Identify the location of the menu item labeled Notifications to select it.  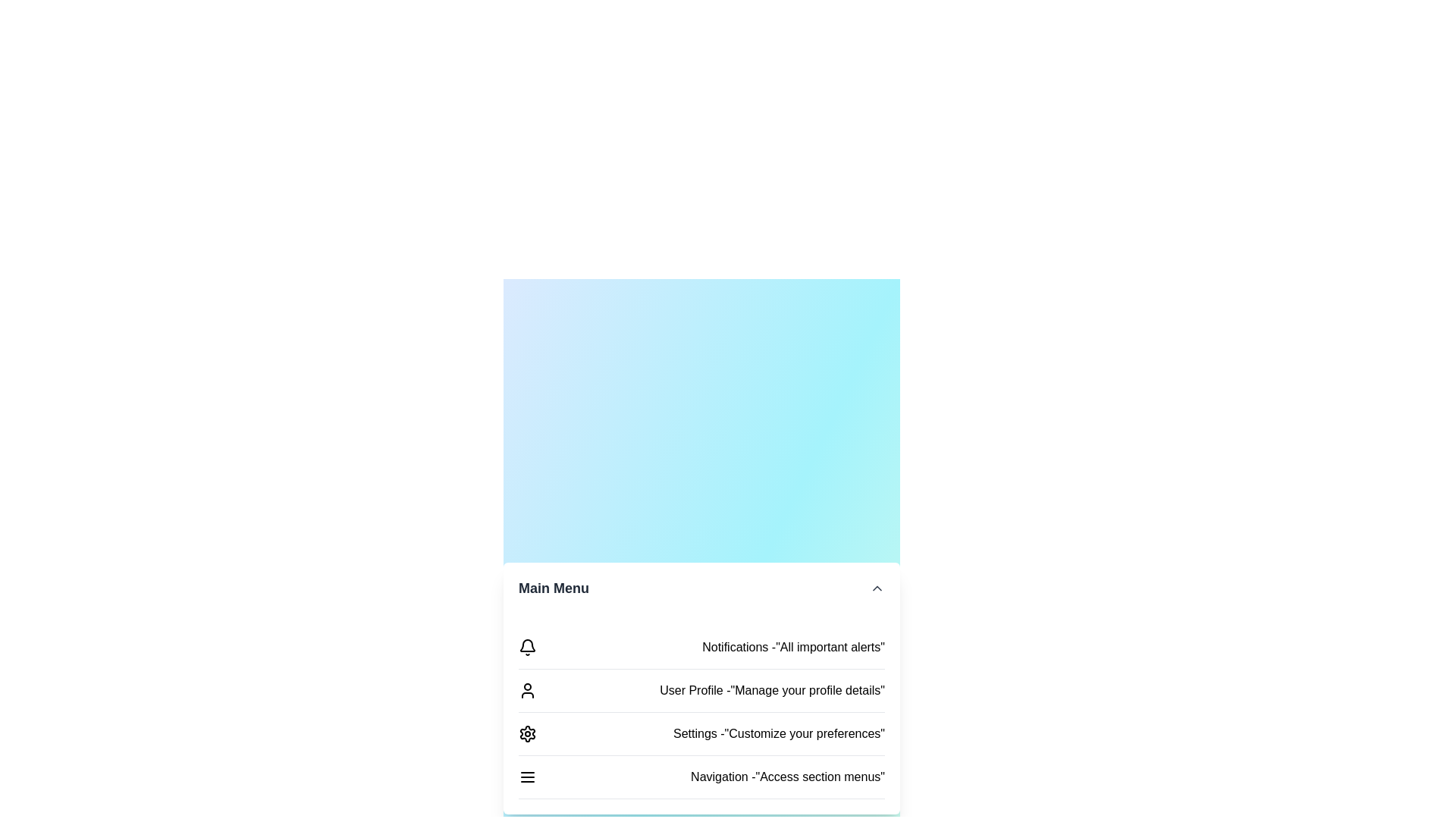
(528, 647).